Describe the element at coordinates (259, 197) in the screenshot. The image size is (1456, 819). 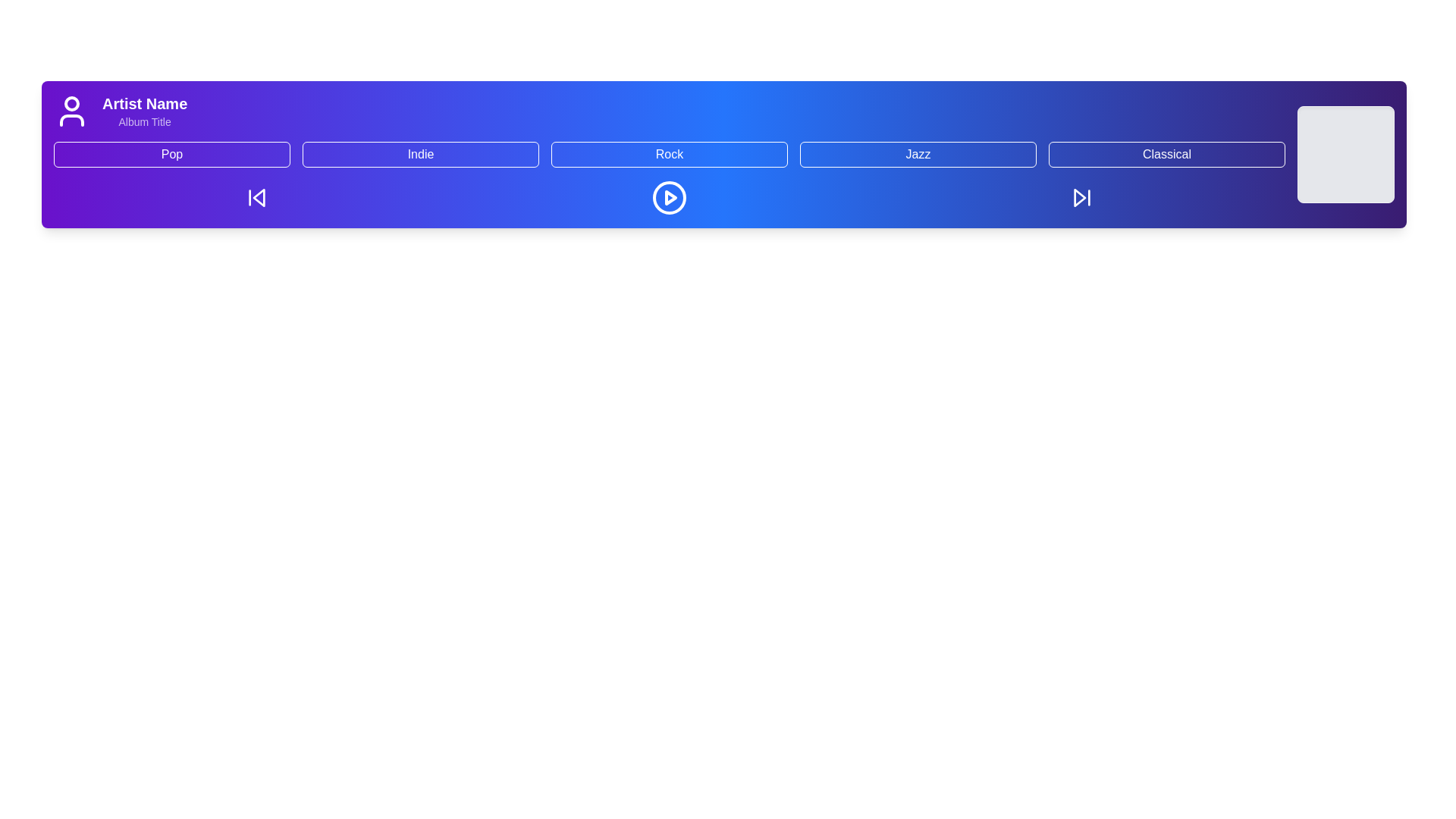
I see `the skip-back button located centrally towards the left side of the media playback interface` at that location.